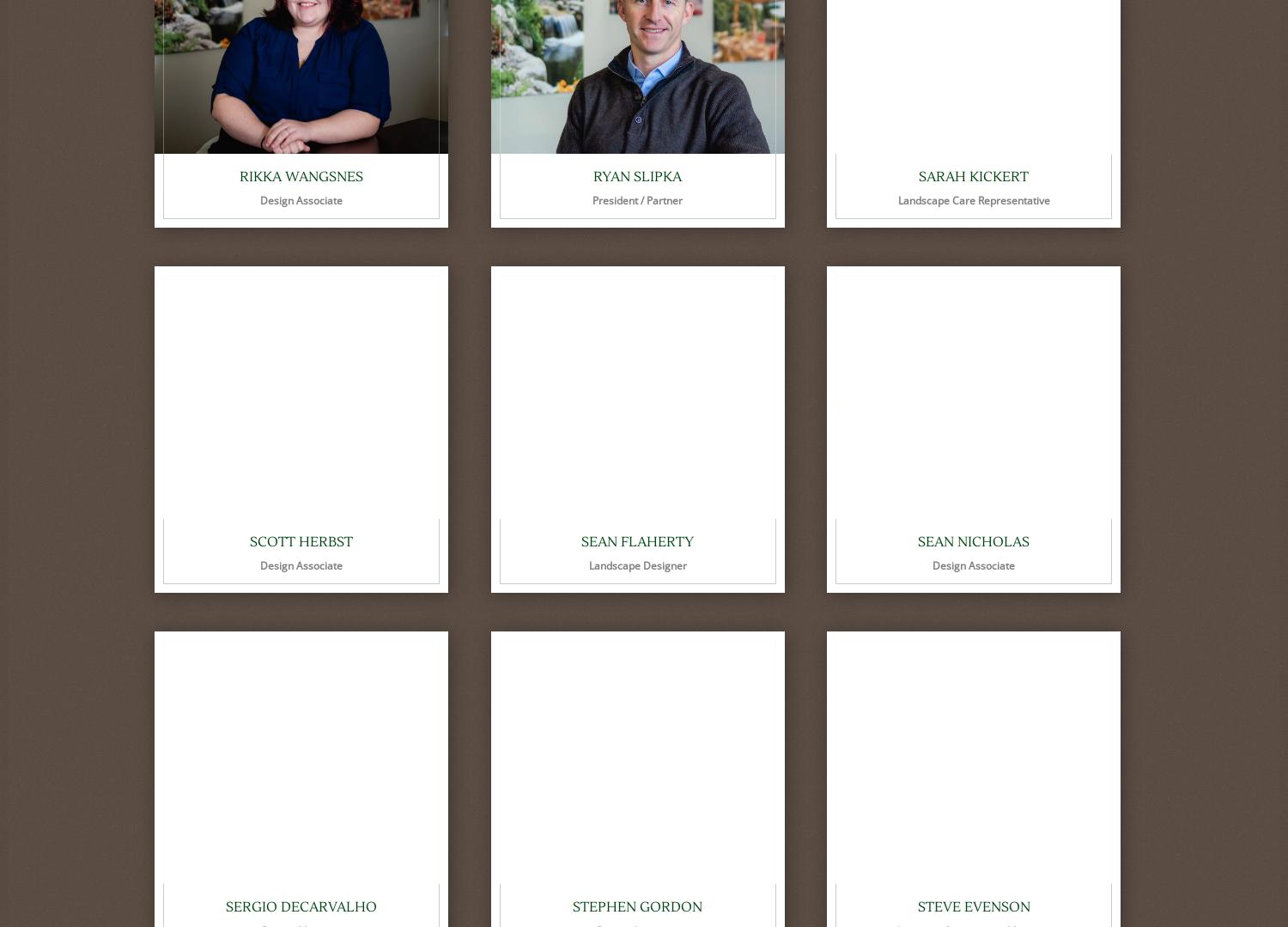 Image resolution: width=1288 pixels, height=927 pixels. Describe the element at coordinates (897, 199) in the screenshot. I see `'Landscape Care Representative'` at that location.